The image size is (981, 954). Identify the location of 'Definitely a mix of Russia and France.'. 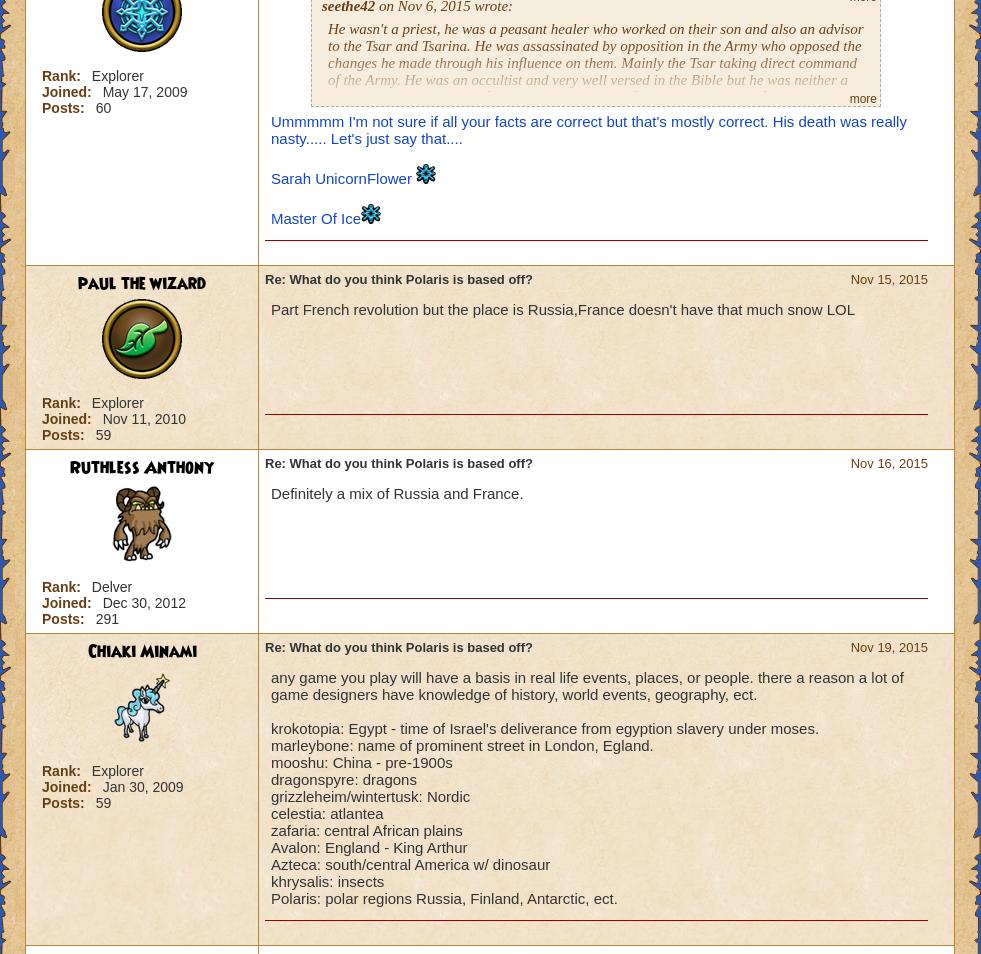
(269, 492).